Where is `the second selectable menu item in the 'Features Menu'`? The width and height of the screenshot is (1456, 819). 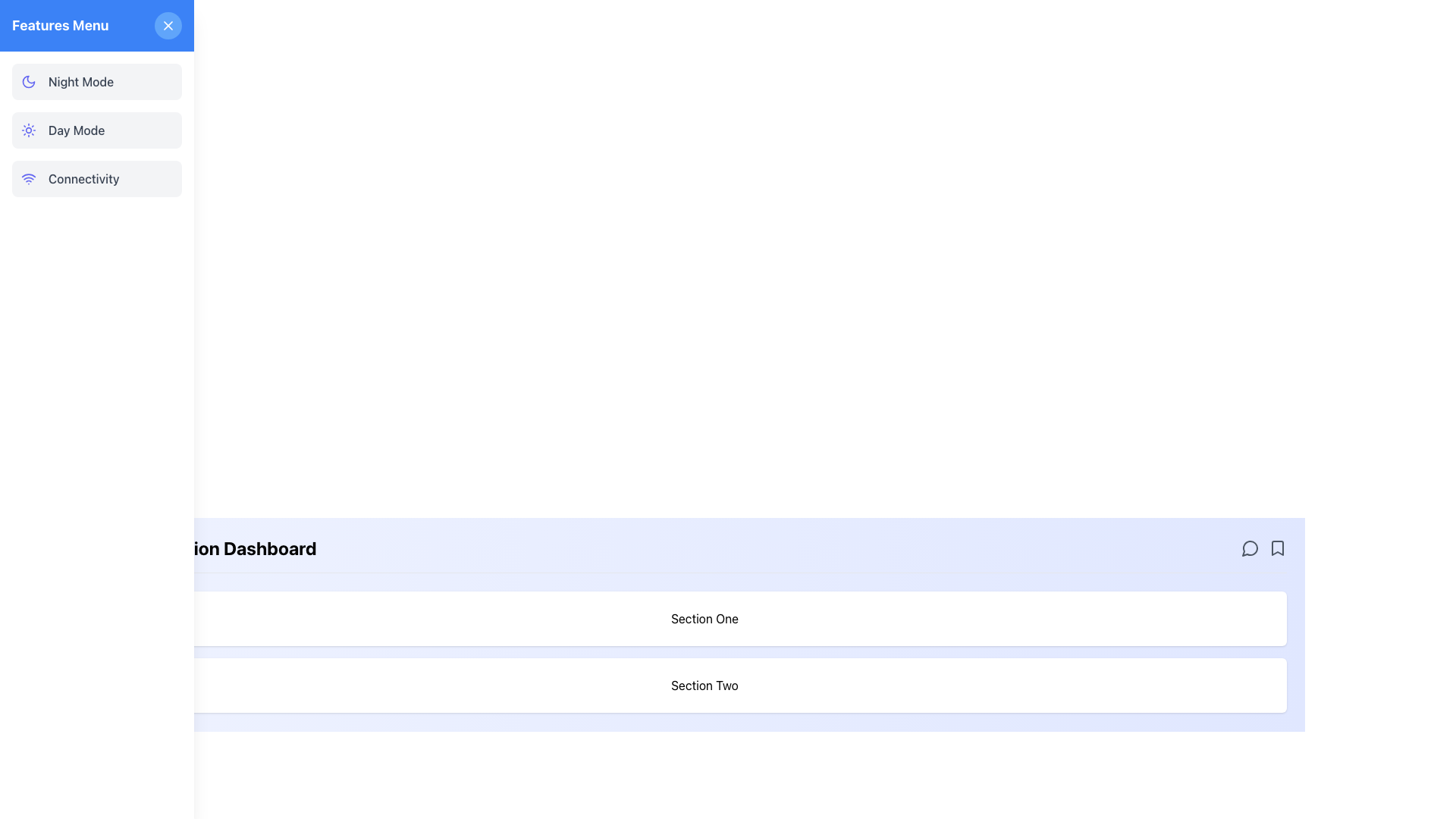 the second selectable menu item in the 'Features Menu' is located at coordinates (96, 130).